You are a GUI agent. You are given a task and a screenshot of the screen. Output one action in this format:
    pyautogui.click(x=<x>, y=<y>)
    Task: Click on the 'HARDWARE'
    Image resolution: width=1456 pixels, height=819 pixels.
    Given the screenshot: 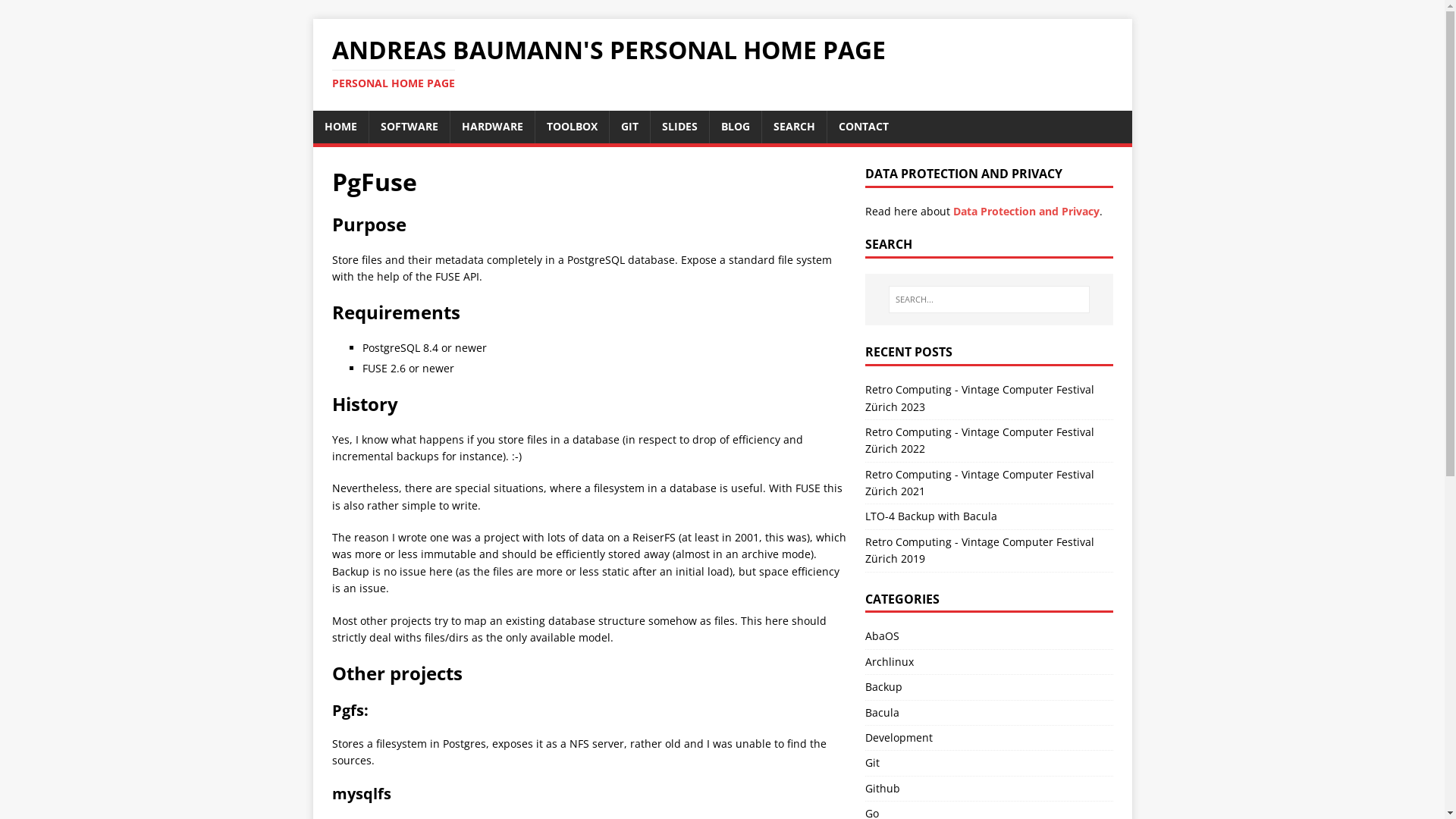 What is the action you would take?
    pyautogui.click(x=492, y=125)
    